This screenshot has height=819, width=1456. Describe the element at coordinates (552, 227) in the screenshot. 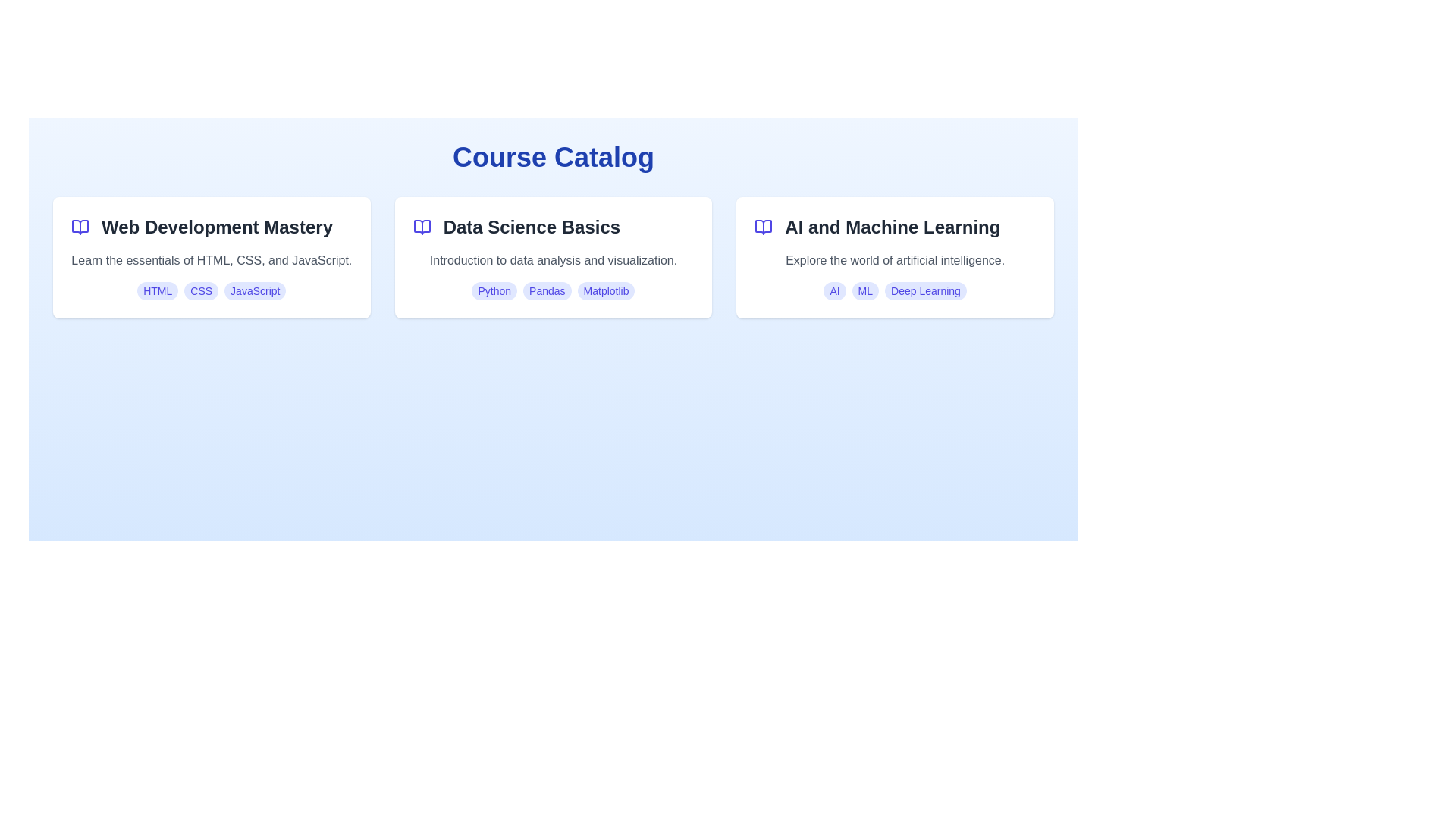

I see `title text of the middle card representing 'Data Science Basics', which is located at the top section above the subtitle and tags` at that location.